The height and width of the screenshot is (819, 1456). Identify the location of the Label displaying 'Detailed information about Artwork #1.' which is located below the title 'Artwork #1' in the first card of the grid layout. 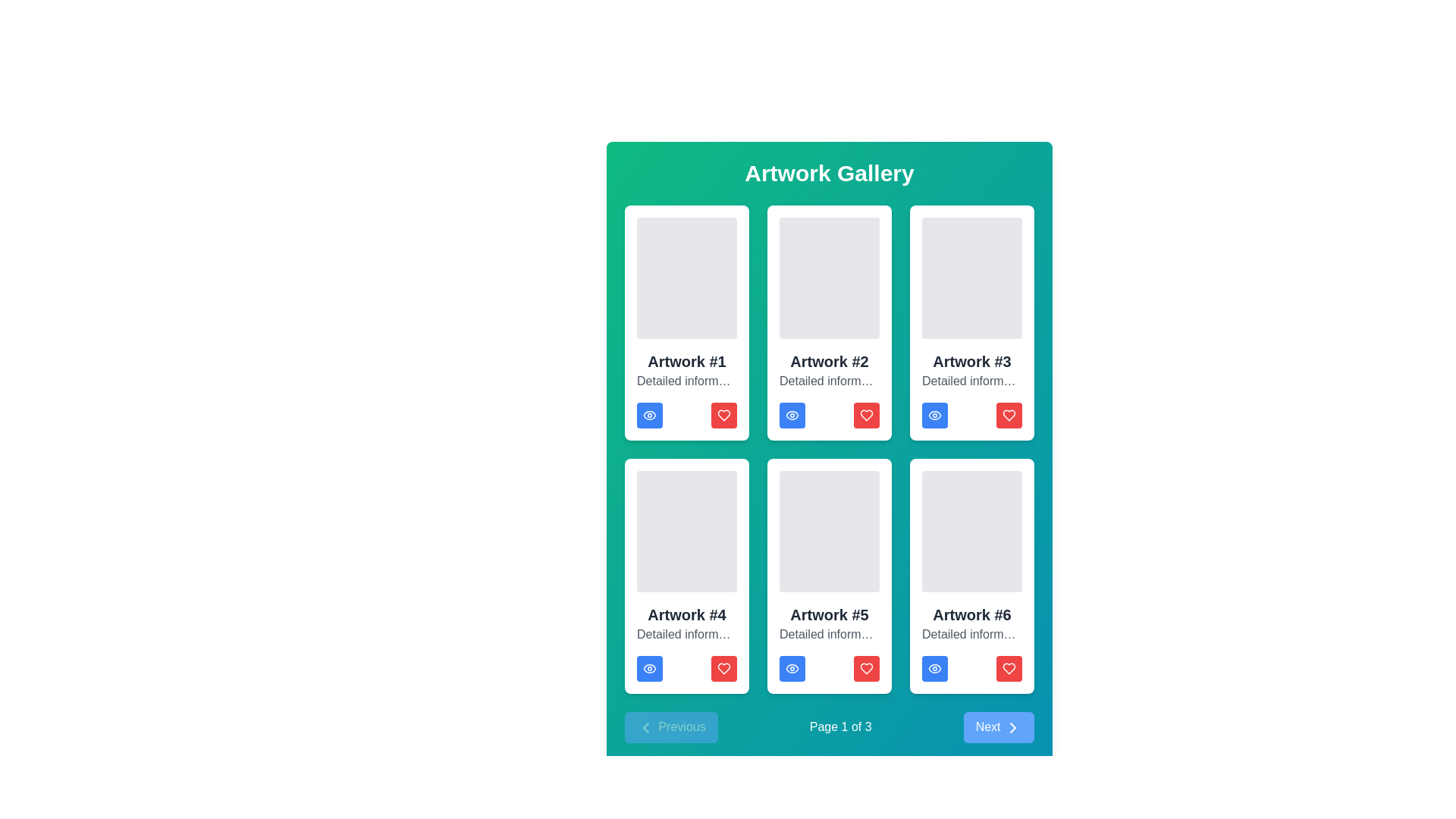
(686, 380).